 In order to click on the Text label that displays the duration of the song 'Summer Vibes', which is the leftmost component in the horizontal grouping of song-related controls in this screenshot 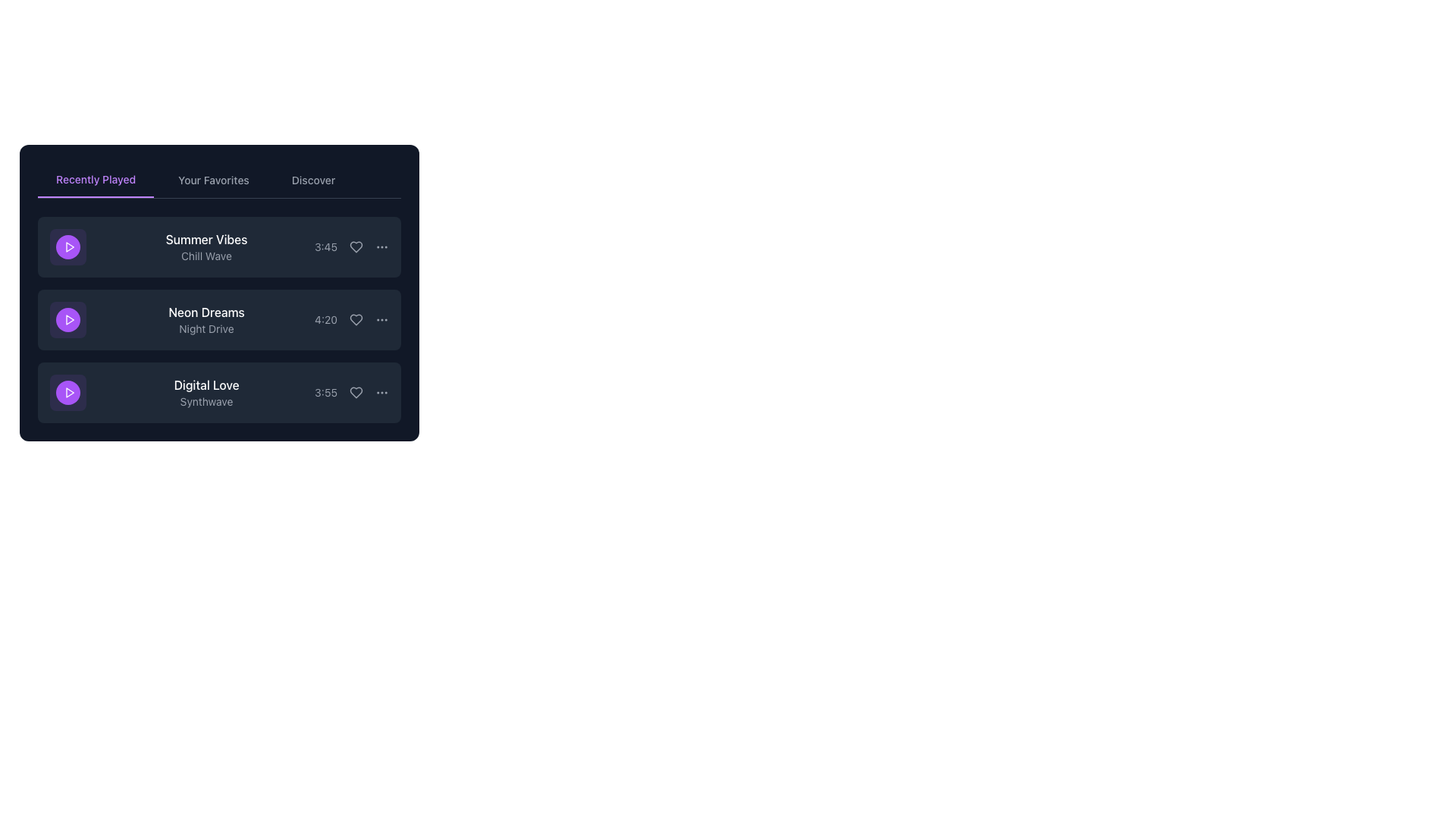, I will do `click(325, 246)`.